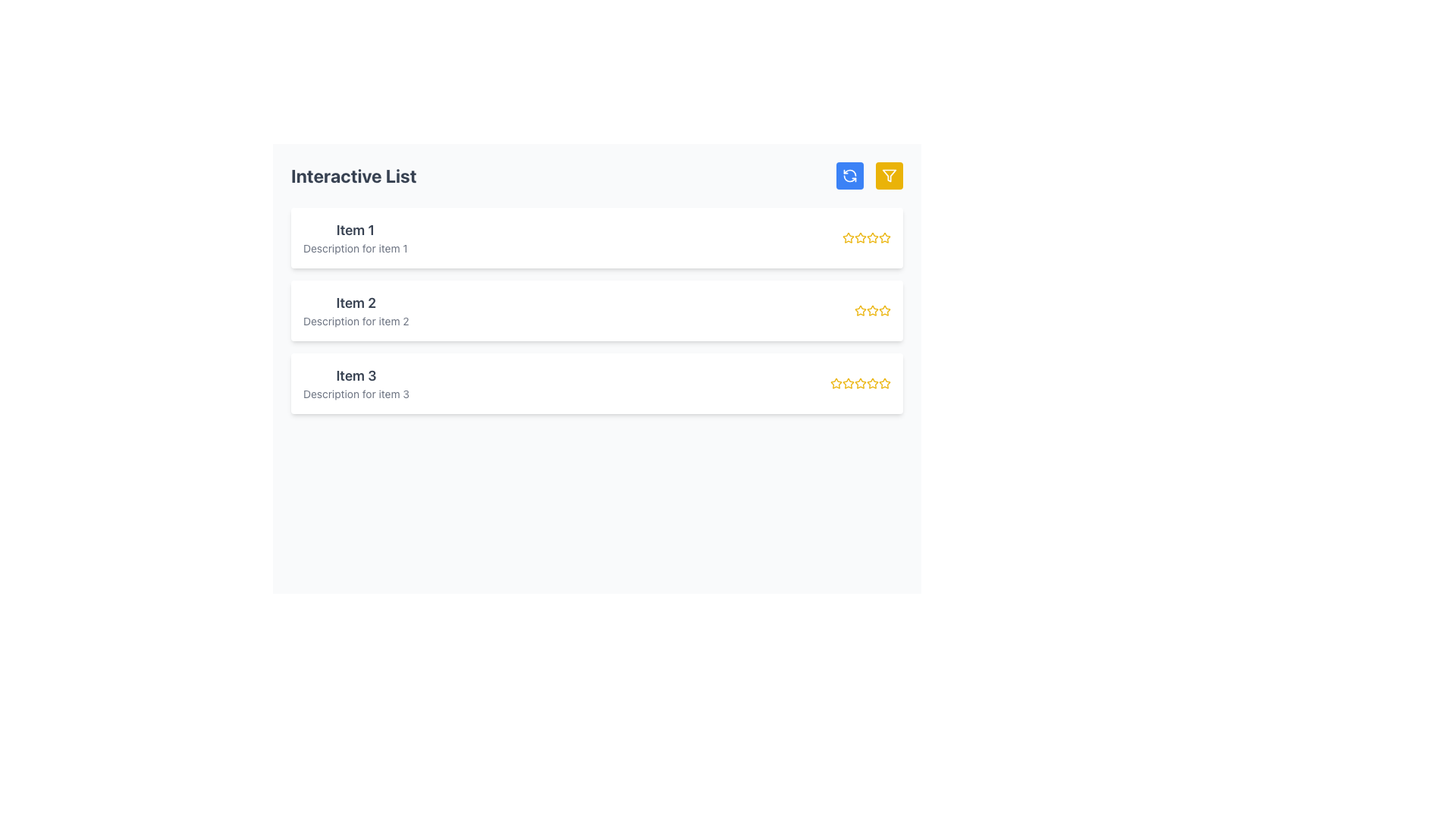 This screenshot has width=1456, height=819. What do you see at coordinates (847, 237) in the screenshot?
I see `the first star button` at bounding box center [847, 237].